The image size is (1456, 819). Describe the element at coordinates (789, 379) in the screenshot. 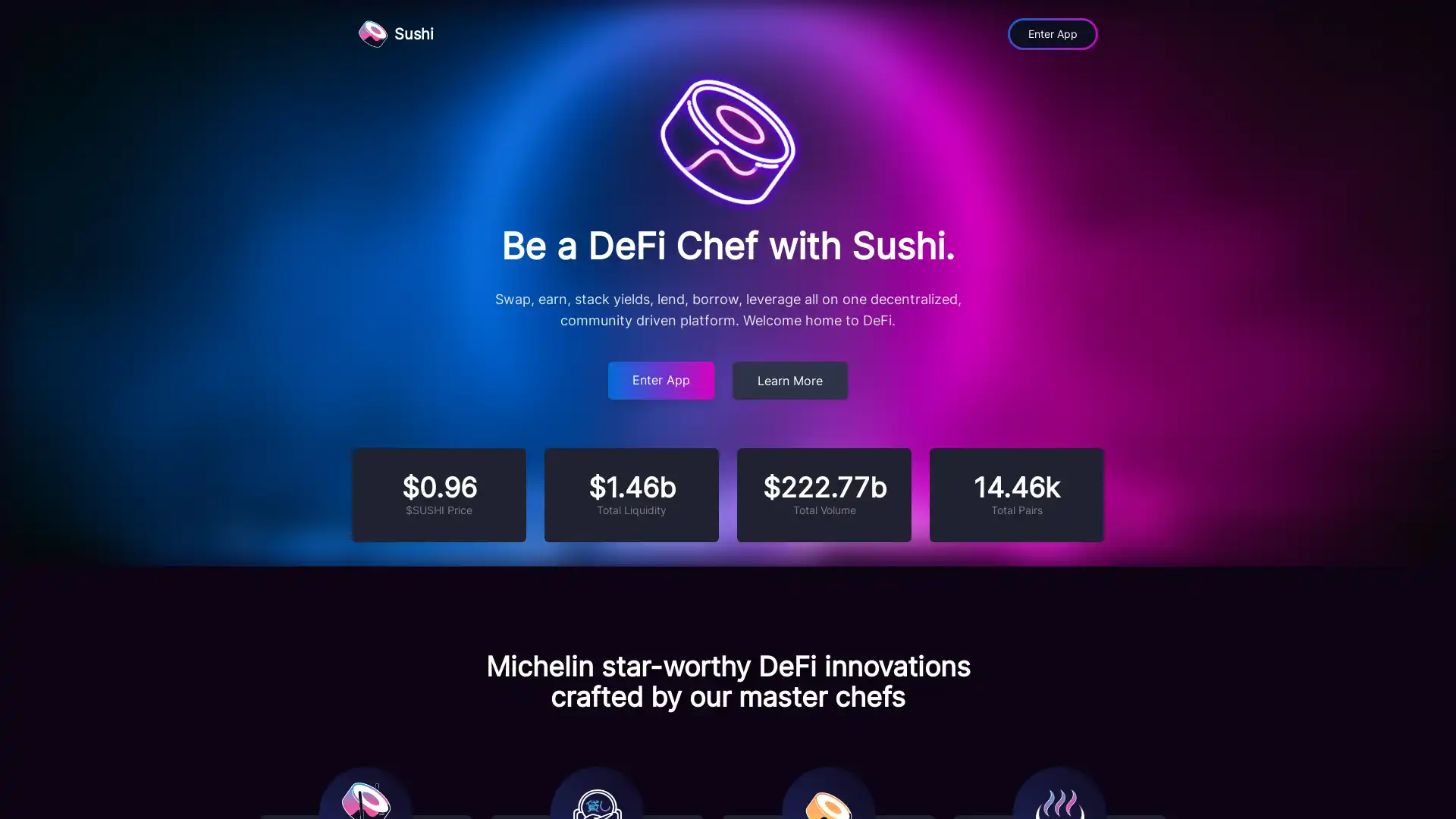

I see `Learn More` at that location.